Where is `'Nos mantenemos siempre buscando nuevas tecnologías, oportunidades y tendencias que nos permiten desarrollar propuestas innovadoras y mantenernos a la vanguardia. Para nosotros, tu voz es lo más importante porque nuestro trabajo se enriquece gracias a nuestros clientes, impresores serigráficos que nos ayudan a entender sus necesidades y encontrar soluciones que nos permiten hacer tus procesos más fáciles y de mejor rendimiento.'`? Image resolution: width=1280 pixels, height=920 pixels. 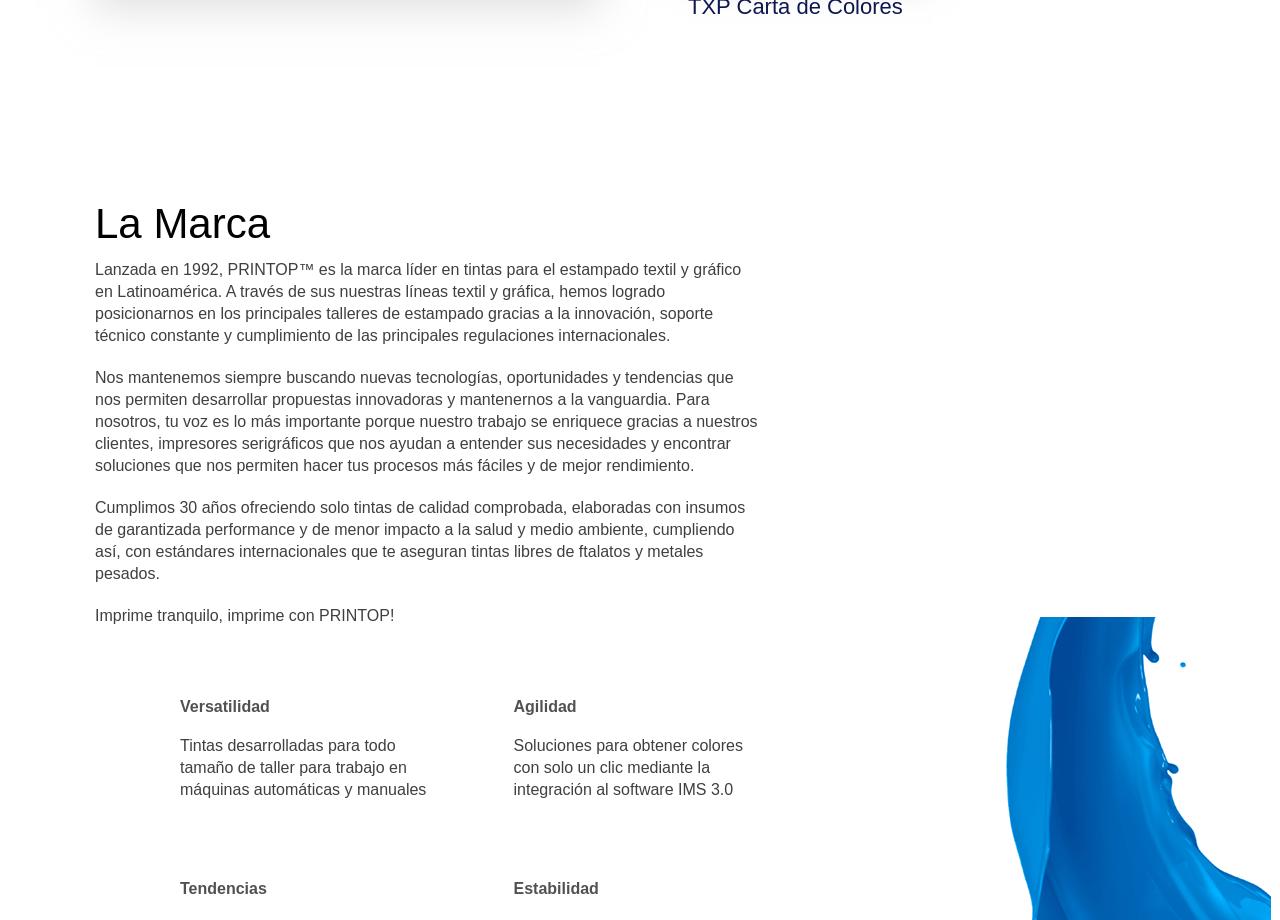
'Nos mantenemos siempre buscando nuevas tecnologías, oportunidades y tendencias que nos permiten desarrollar propuestas innovadoras y mantenernos a la vanguardia. Para nosotros, tu voz es lo más importante porque nuestro trabajo se enriquece gracias a nuestros clientes, impresores serigráficos que nos ayudan a entender sus necesidades y encontrar soluciones que nos permiten hacer tus procesos más fáciles y de mejor rendimiento.' is located at coordinates (93, 420).